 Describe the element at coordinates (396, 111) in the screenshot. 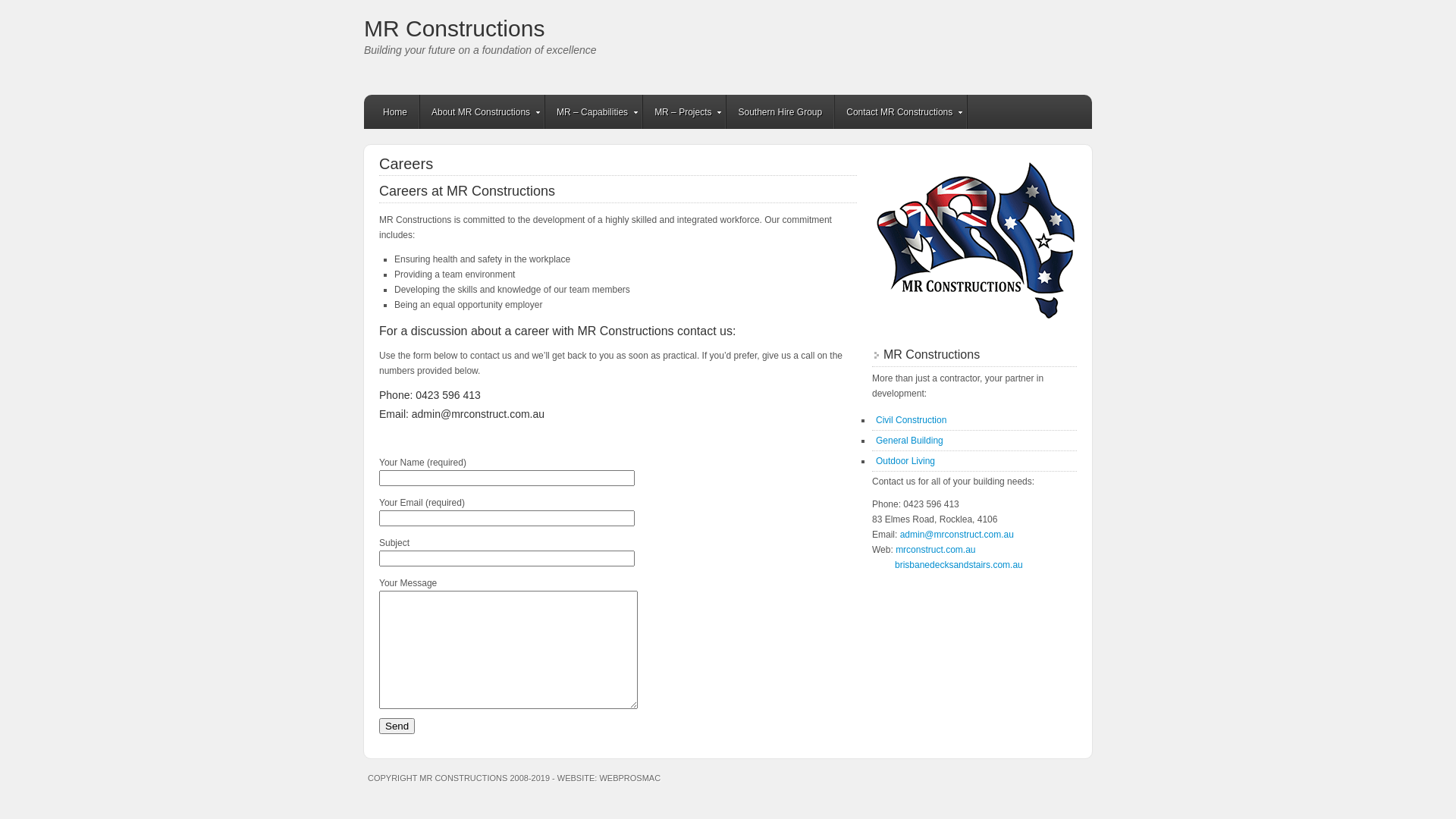

I see `'Home'` at that location.